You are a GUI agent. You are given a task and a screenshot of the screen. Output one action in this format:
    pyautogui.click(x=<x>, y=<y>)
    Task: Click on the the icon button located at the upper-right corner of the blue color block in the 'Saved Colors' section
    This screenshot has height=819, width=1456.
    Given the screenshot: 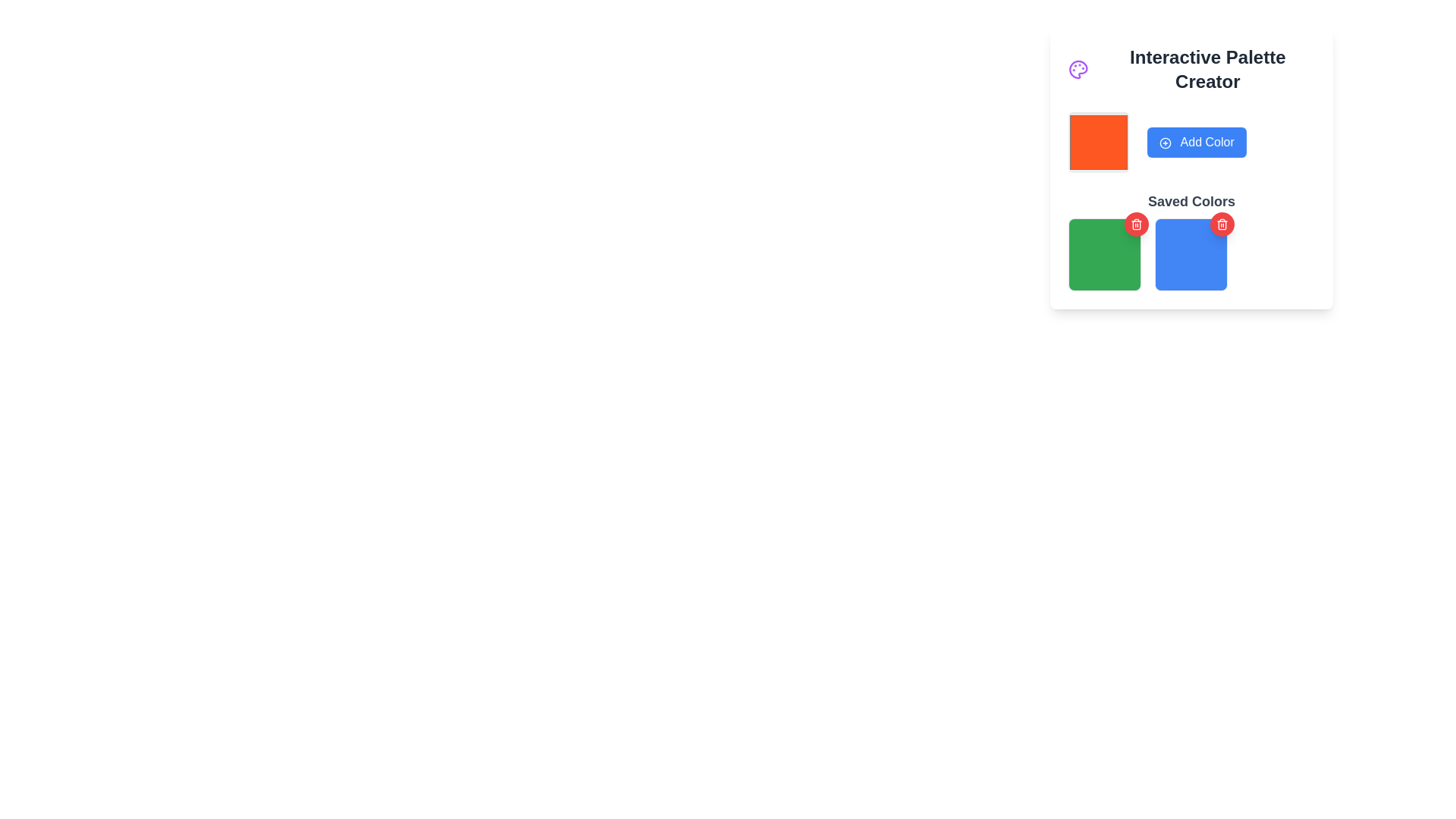 What is the action you would take?
    pyautogui.click(x=1136, y=224)
    